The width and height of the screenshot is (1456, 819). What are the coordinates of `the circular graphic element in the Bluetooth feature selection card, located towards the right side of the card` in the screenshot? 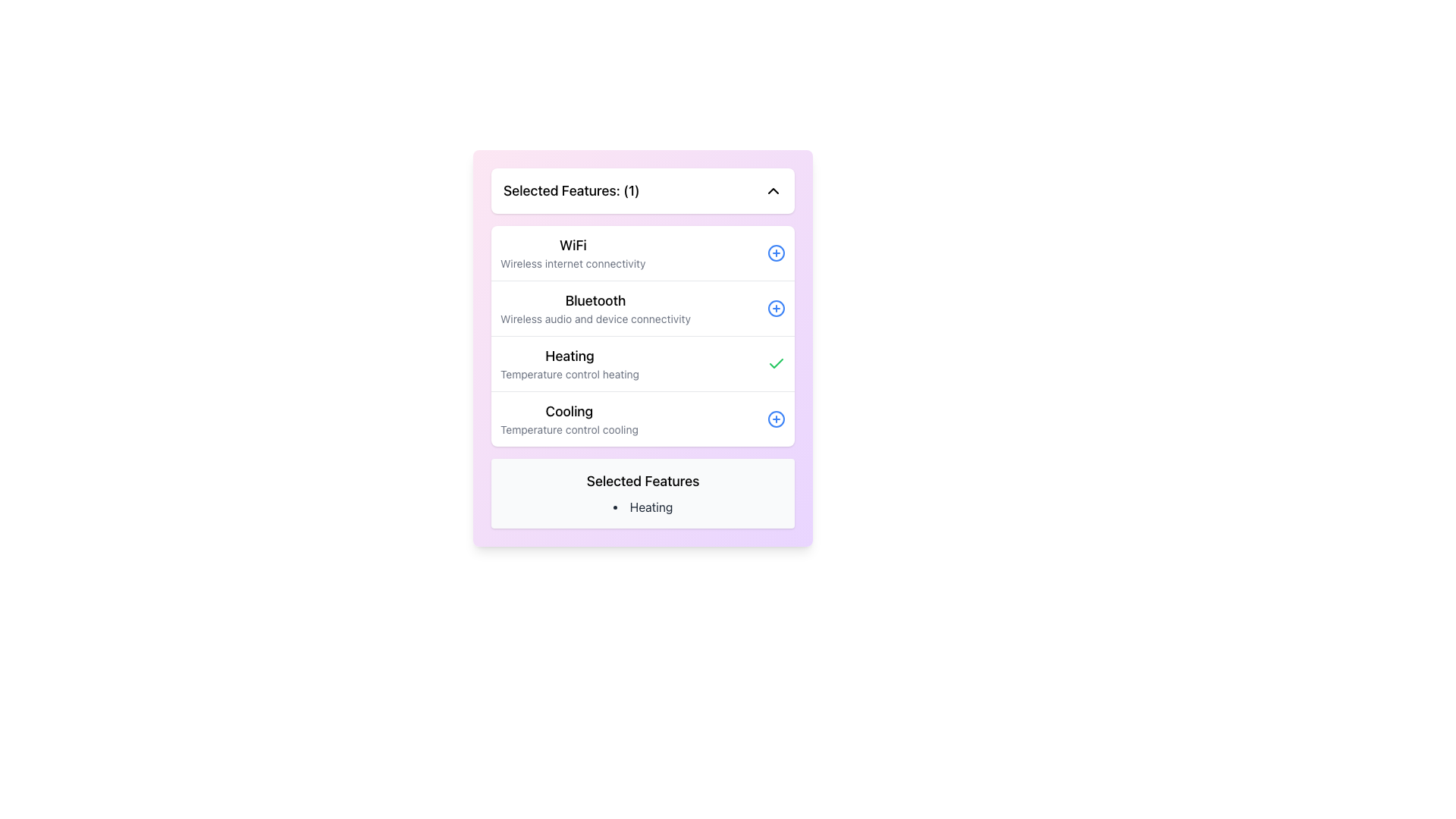 It's located at (776, 308).